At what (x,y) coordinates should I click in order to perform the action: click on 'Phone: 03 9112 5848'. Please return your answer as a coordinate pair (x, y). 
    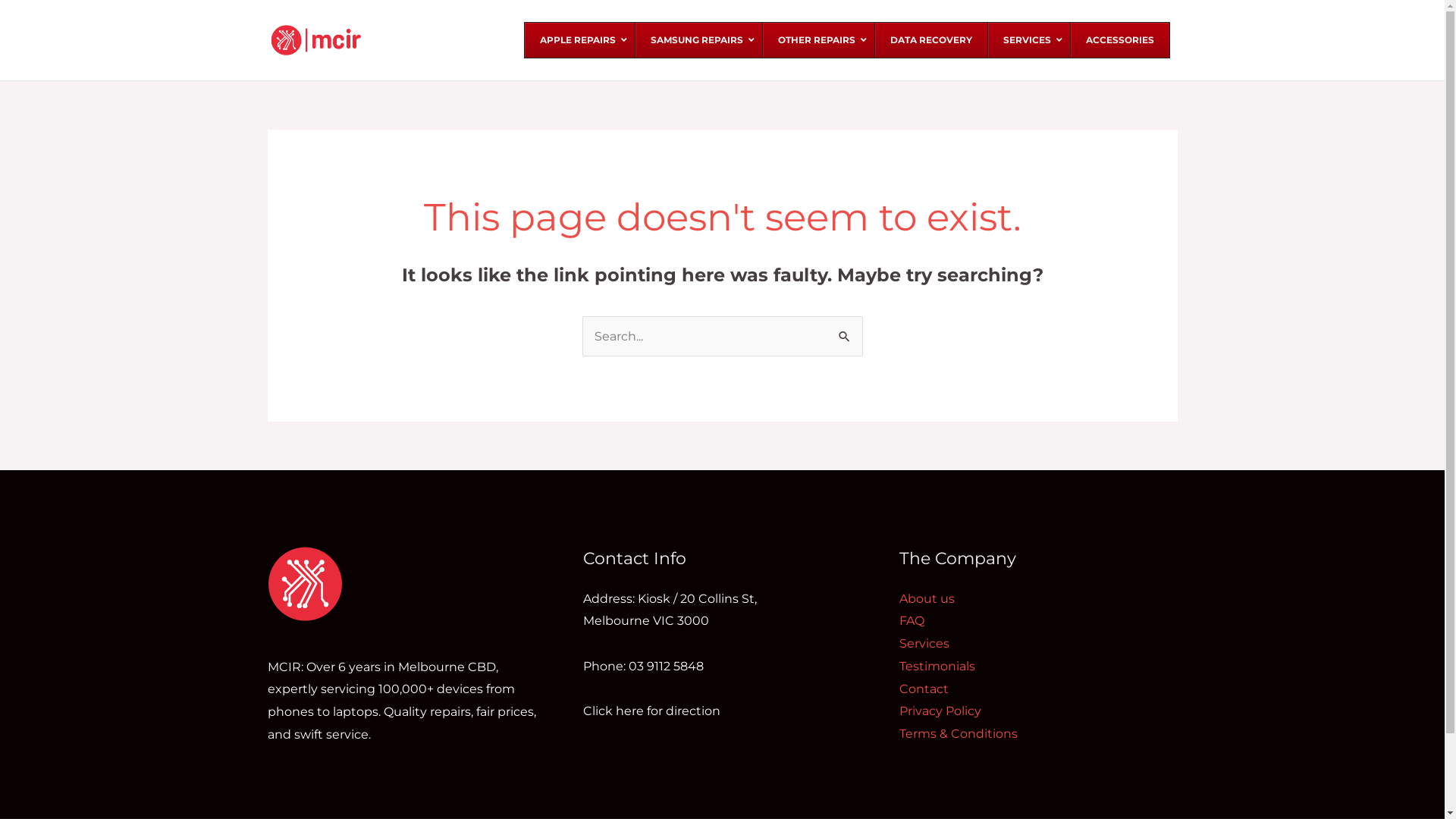
    Looking at the image, I should click on (643, 676).